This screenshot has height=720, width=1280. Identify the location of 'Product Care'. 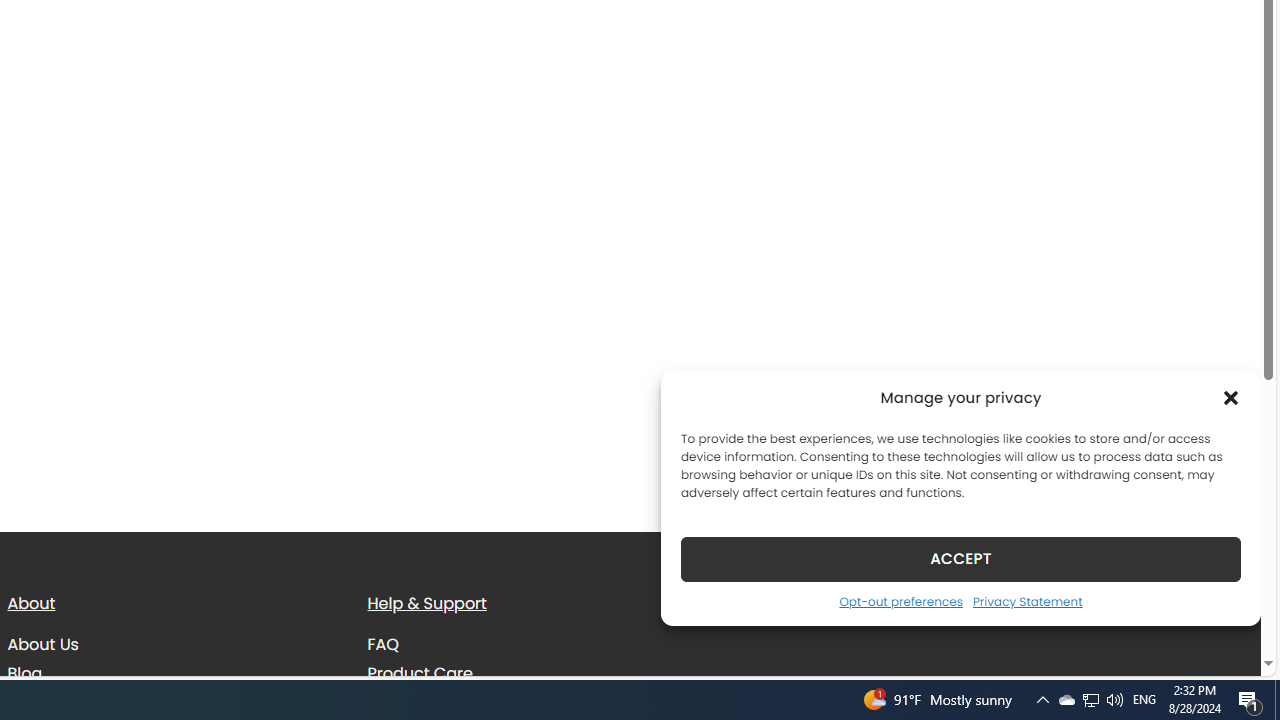
(419, 672).